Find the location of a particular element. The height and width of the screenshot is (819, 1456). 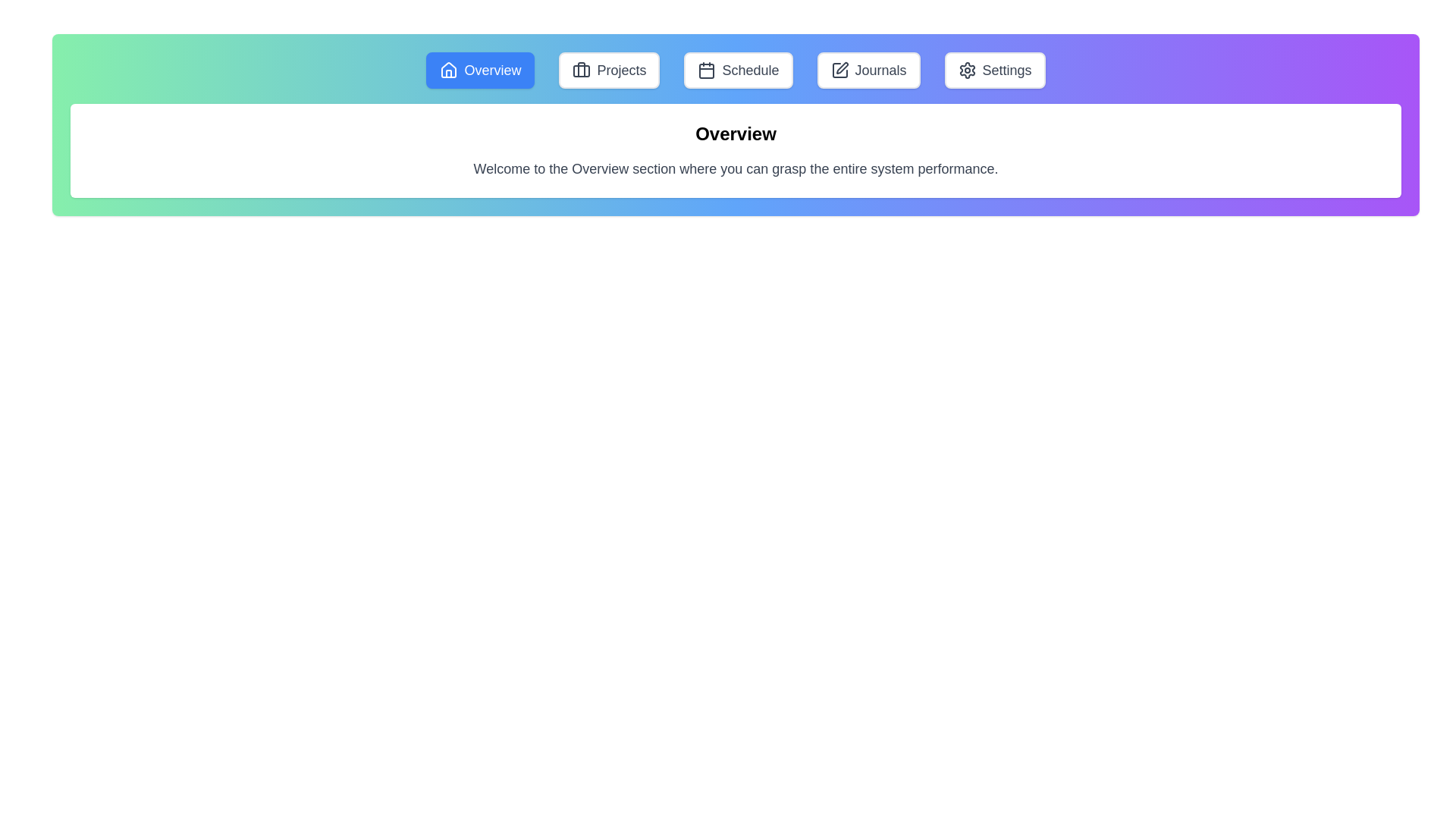

the calendar icon in the navigation bar, which is styled with dark line art on a light background and is positioned left of the 'Schedule' button is located at coordinates (706, 70).